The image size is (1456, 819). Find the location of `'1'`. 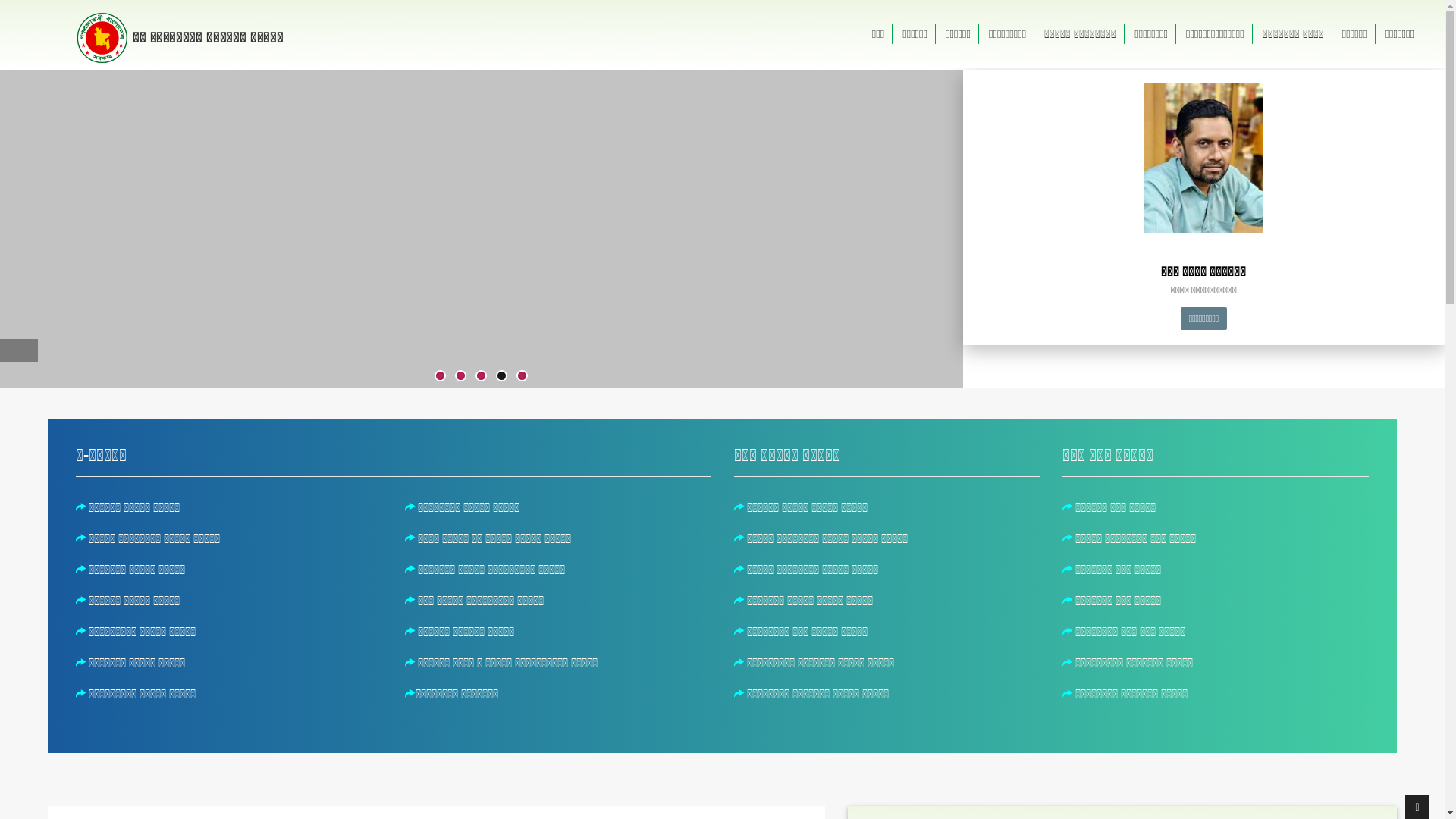

'1' is located at coordinates (439, 375).